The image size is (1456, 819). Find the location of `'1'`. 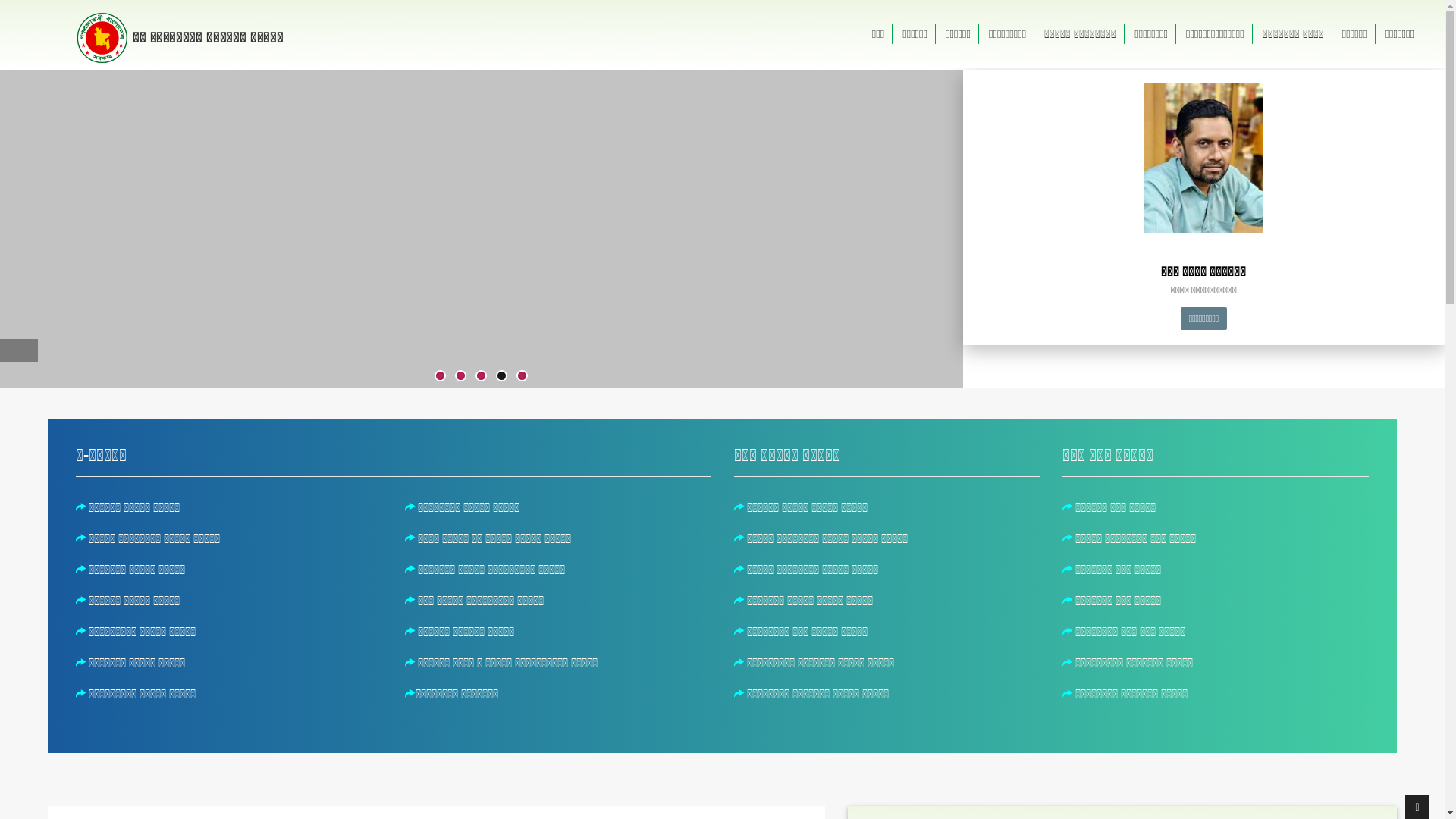

'1' is located at coordinates (439, 375).